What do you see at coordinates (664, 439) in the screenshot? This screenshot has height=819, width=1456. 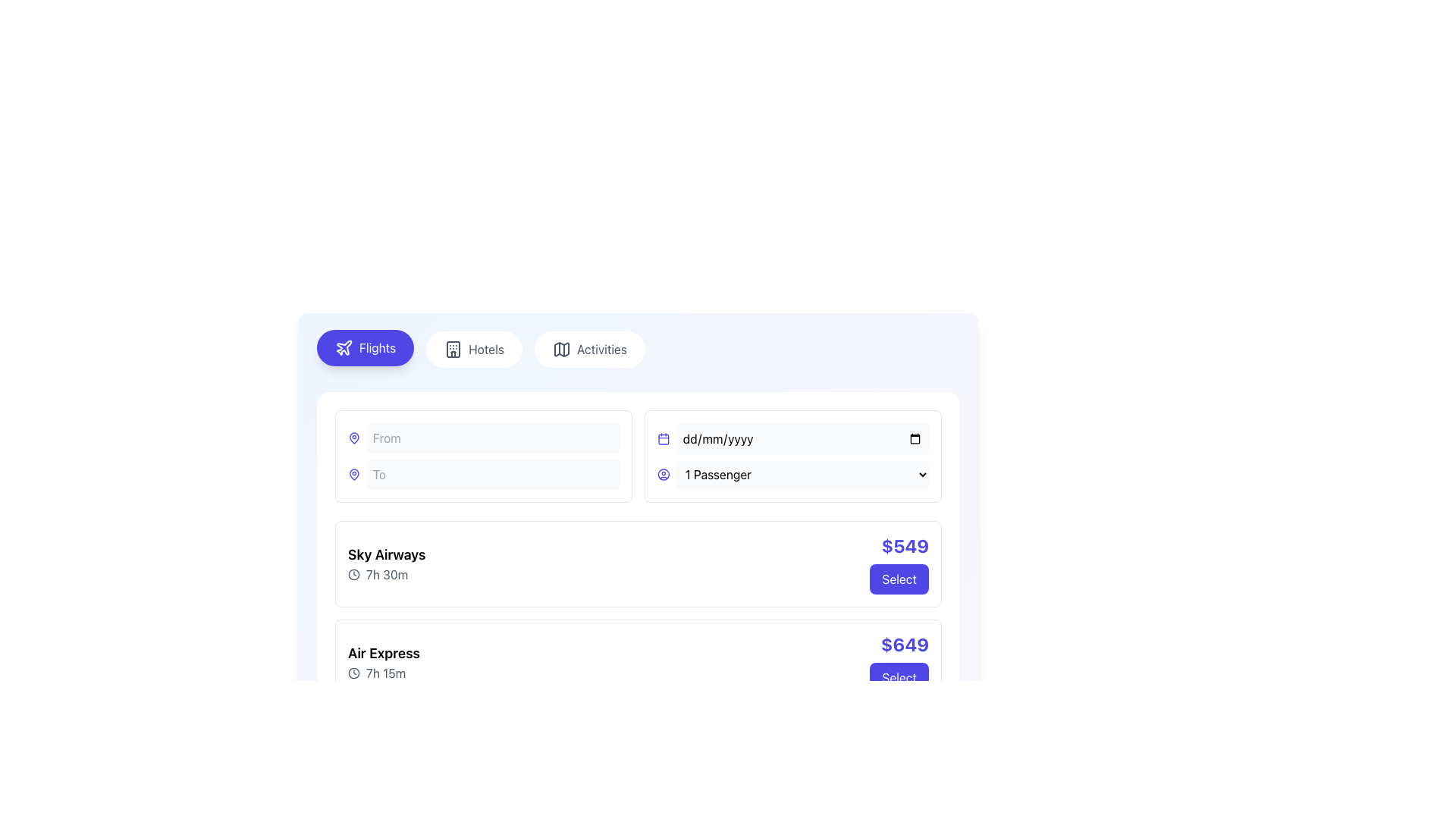 I see `the calendar icon sub-element, which is a rectangular area with an indigo outline, located on the right side of the search form next to the 'dd/mm/yyyy' input field` at bounding box center [664, 439].